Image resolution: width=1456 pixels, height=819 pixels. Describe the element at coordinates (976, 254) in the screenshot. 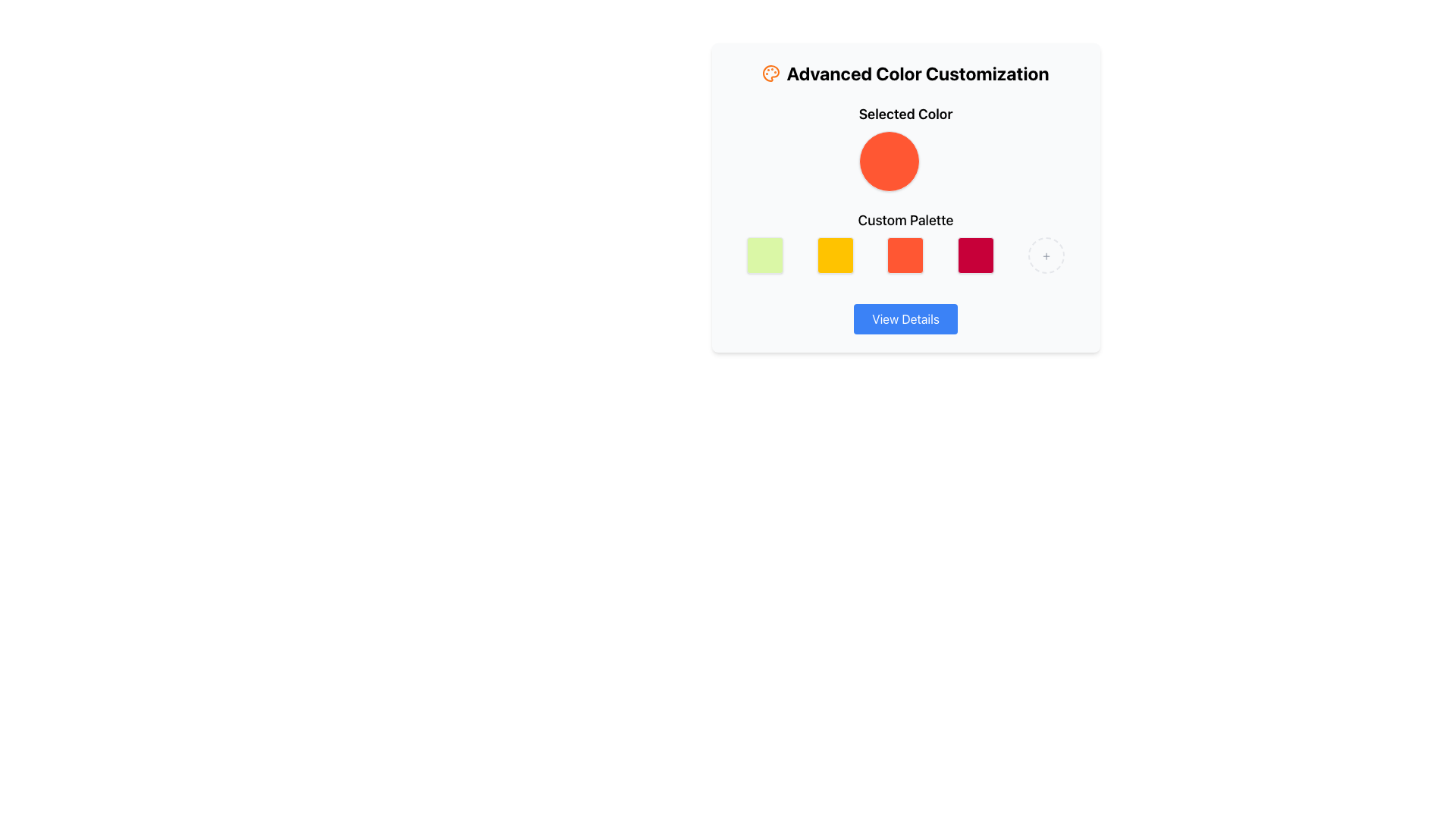

I see `the fourth square block in the 'Custom Palette' color selection row` at that location.